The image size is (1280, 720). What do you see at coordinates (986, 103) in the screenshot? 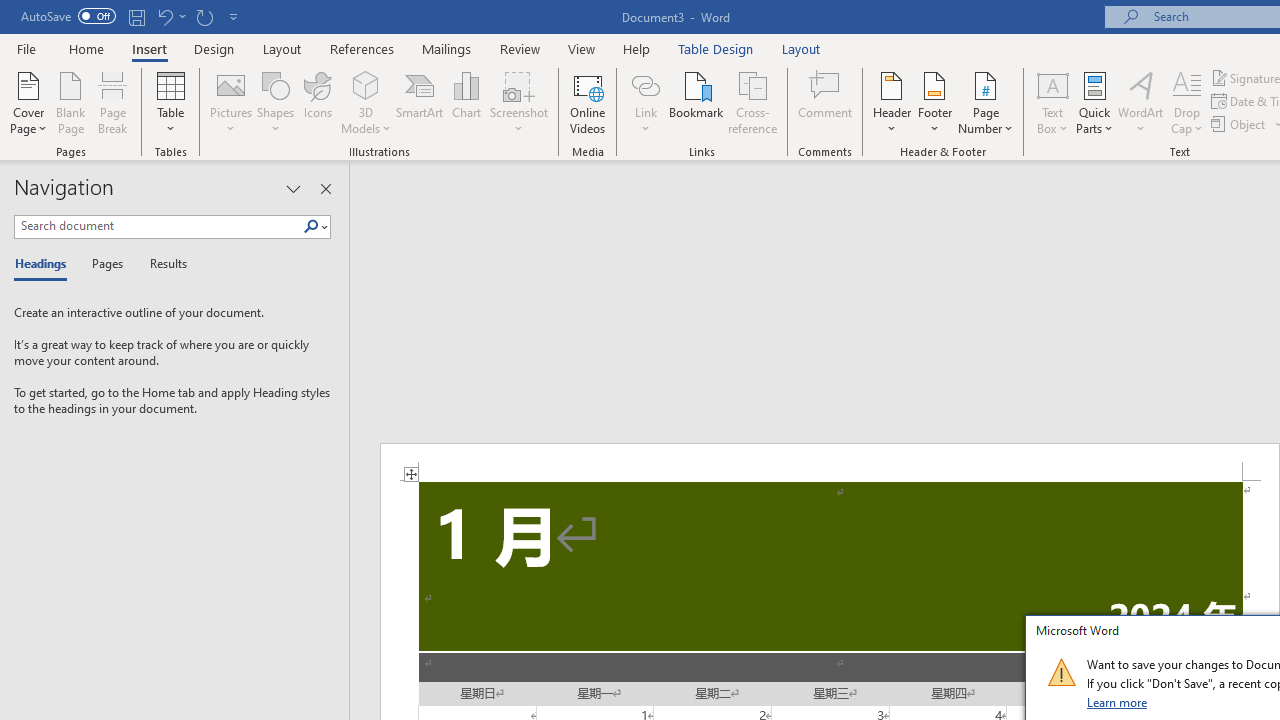
I see `'Page Number'` at bounding box center [986, 103].